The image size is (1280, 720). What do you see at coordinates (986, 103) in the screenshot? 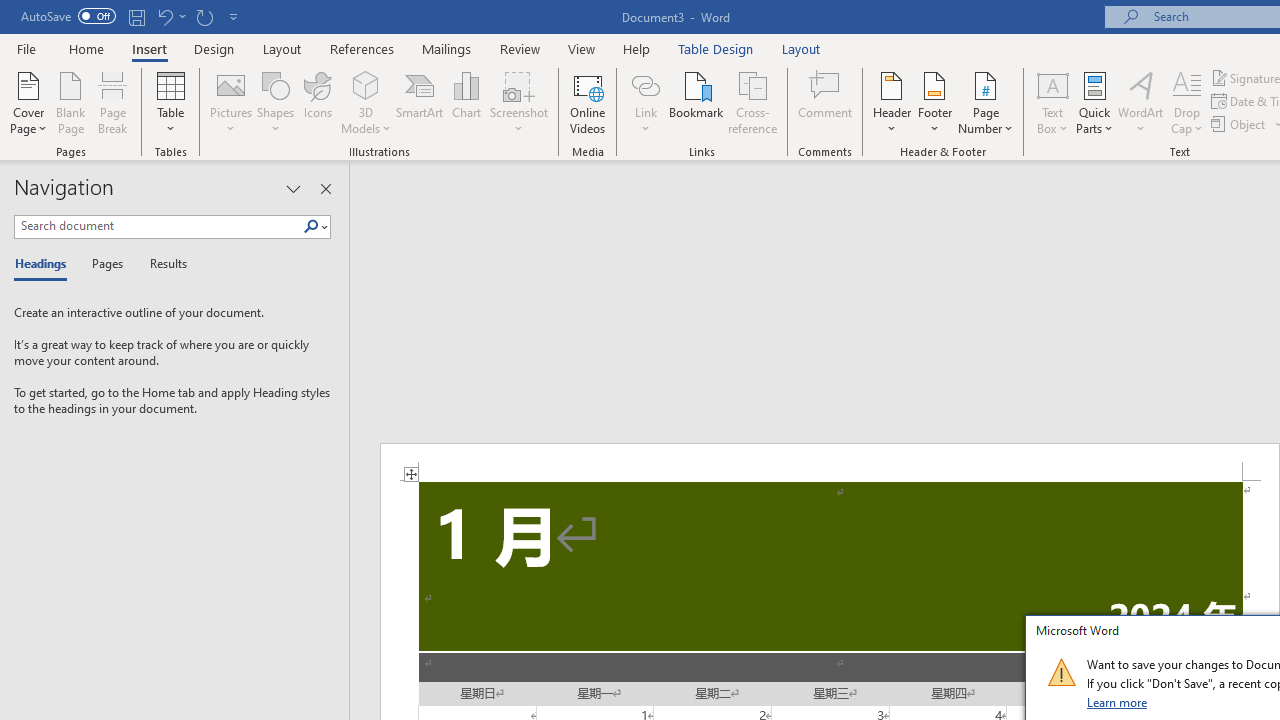
I see `'Page Number'` at bounding box center [986, 103].